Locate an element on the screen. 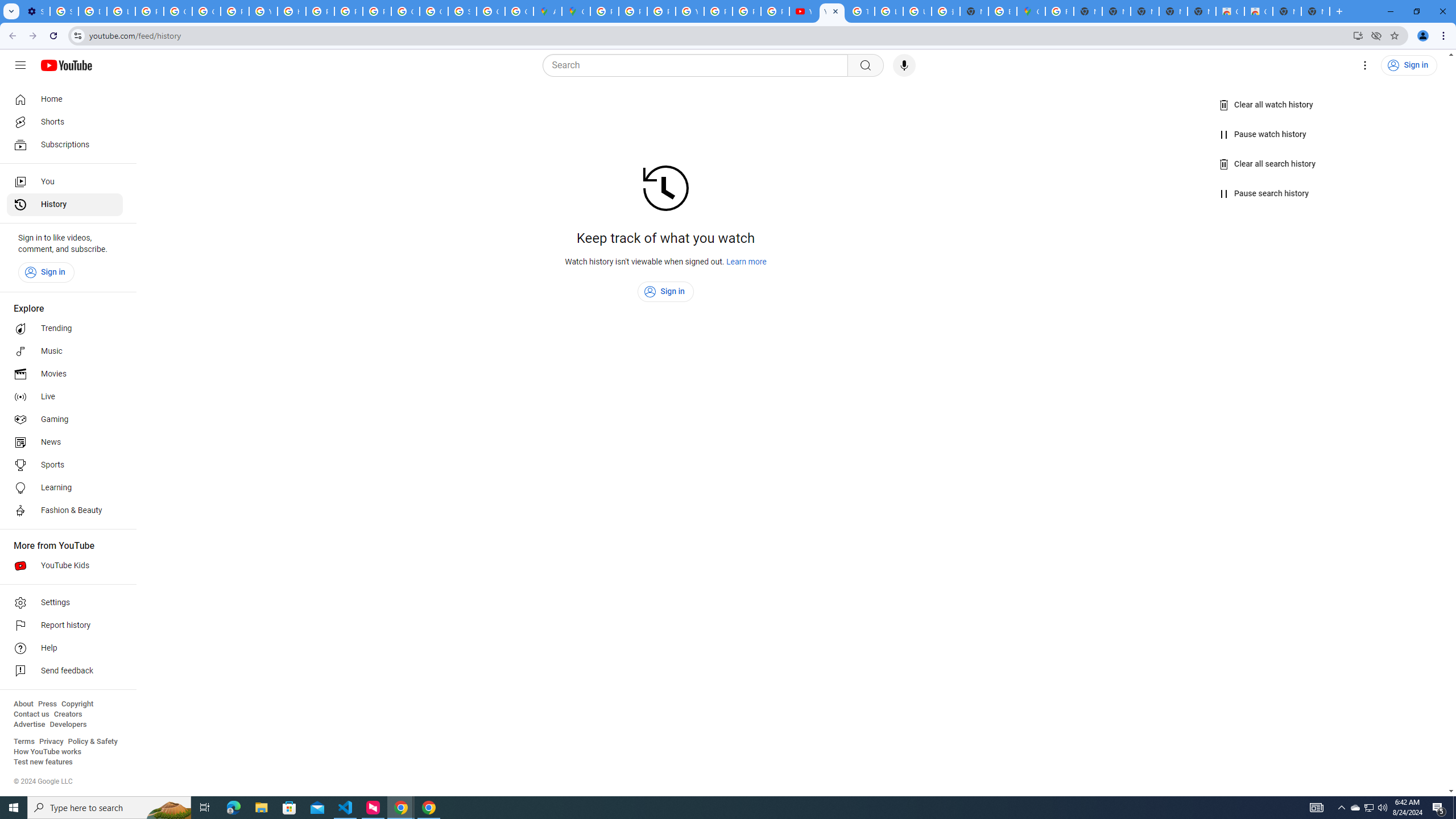 This screenshot has width=1456, height=819. 'Install YouTube' is located at coordinates (1358, 35).